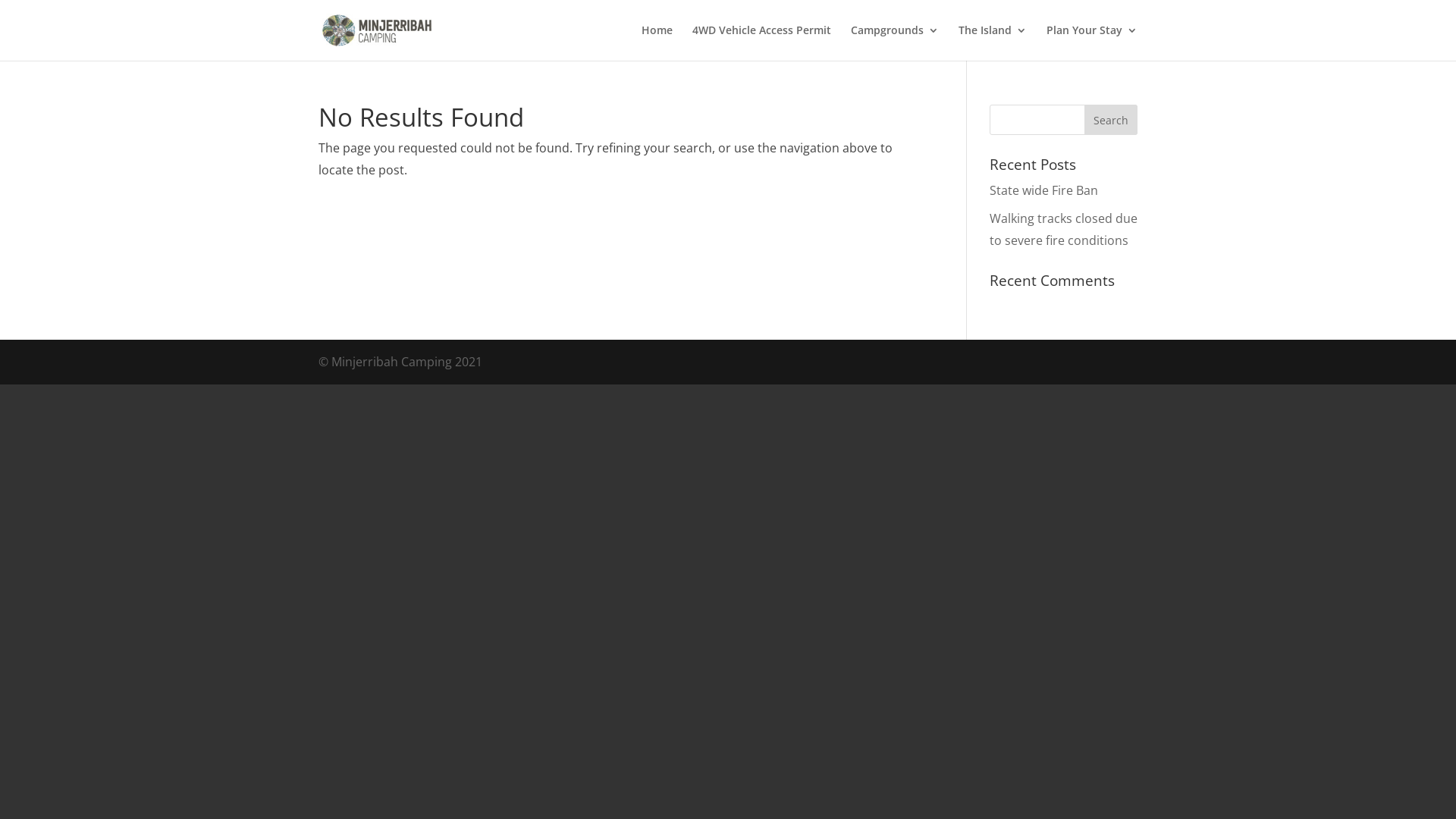 This screenshot has height=819, width=1456. Describe the element at coordinates (1092, 42) in the screenshot. I see `'Plan Your Stay'` at that location.